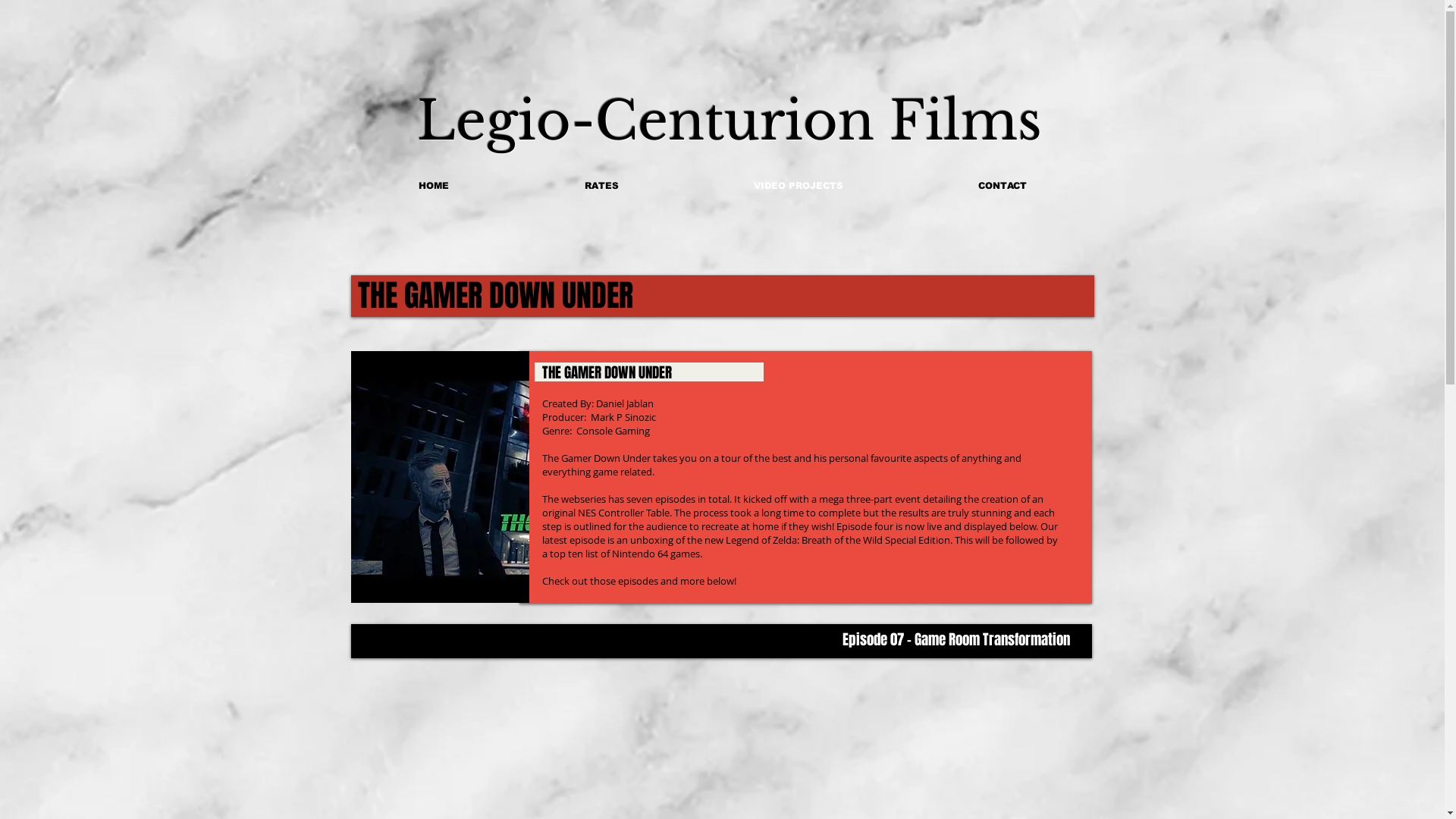 This screenshot has height=819, width=1456. What do you see at coordinates (432, 185) in the screenshot?
I see `'HOME'` at bounding box center [432, 185].